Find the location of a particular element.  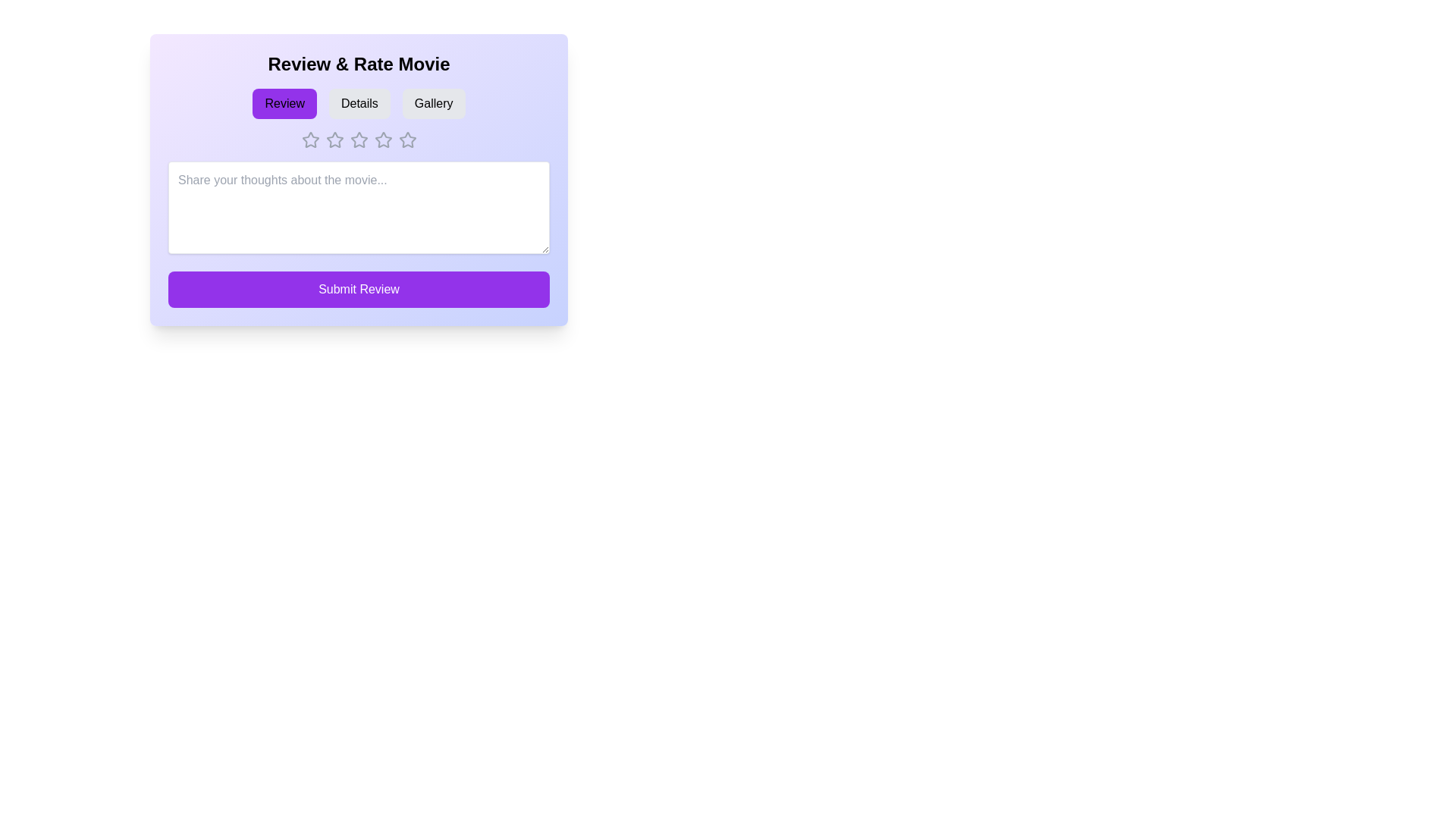

the Review tab is located at coordinates (284, 103).